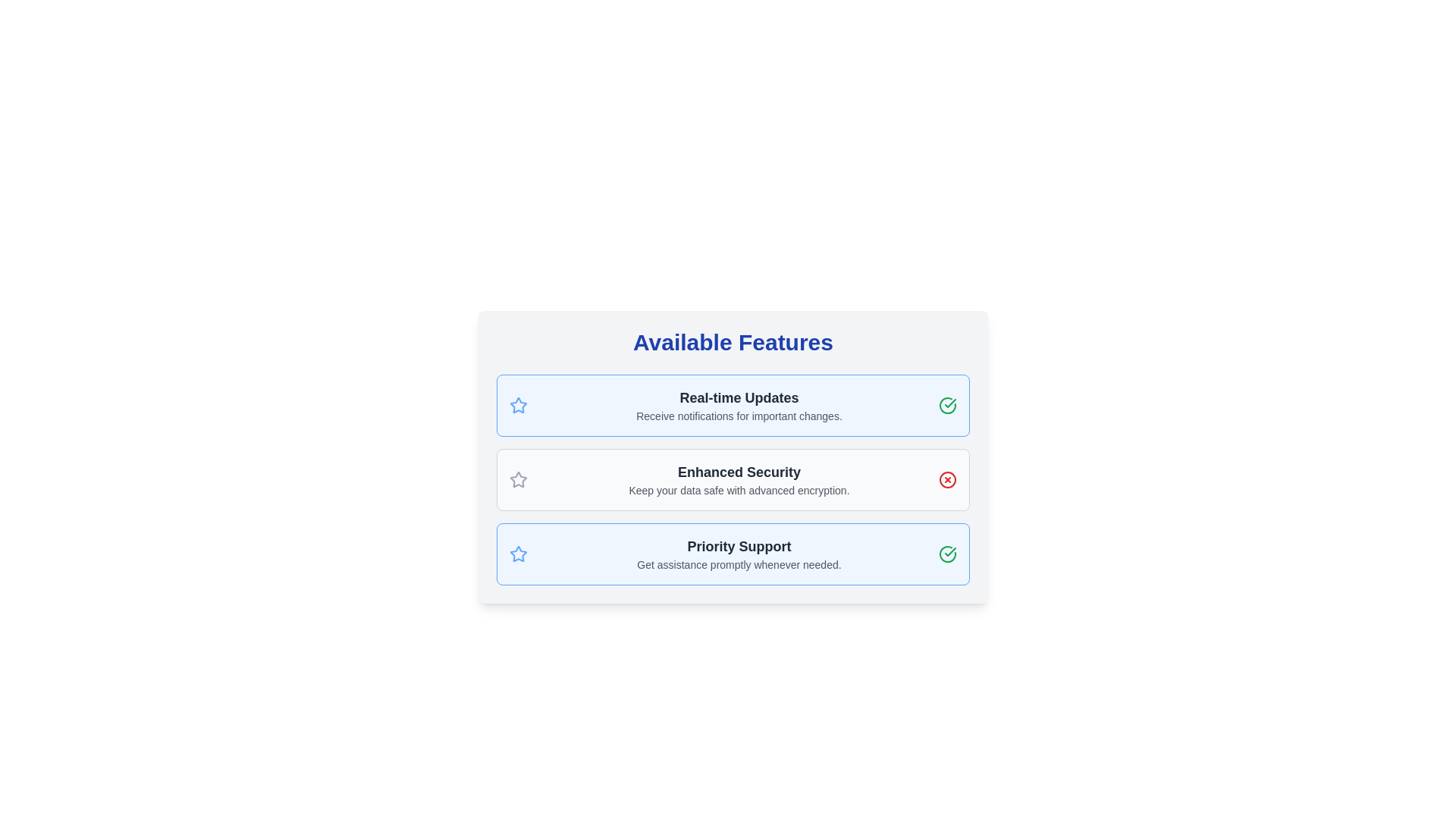  Describe the element at coordinates (739, 479) in the screenshot. I see `the text block containing the title 'Enhanced Security' and the subtitle 'Keep your data safe with advanced encryption.'` at that location.